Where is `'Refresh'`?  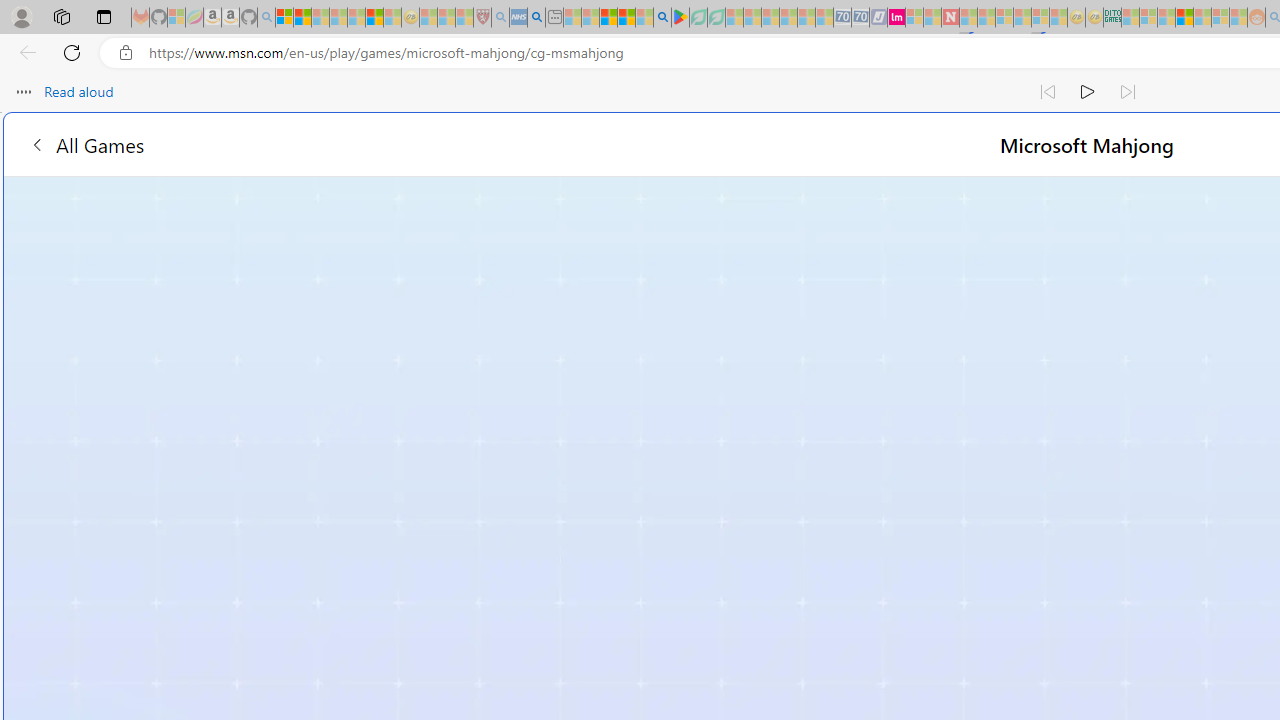 'Refresh' is located at coordinates (72, 51).